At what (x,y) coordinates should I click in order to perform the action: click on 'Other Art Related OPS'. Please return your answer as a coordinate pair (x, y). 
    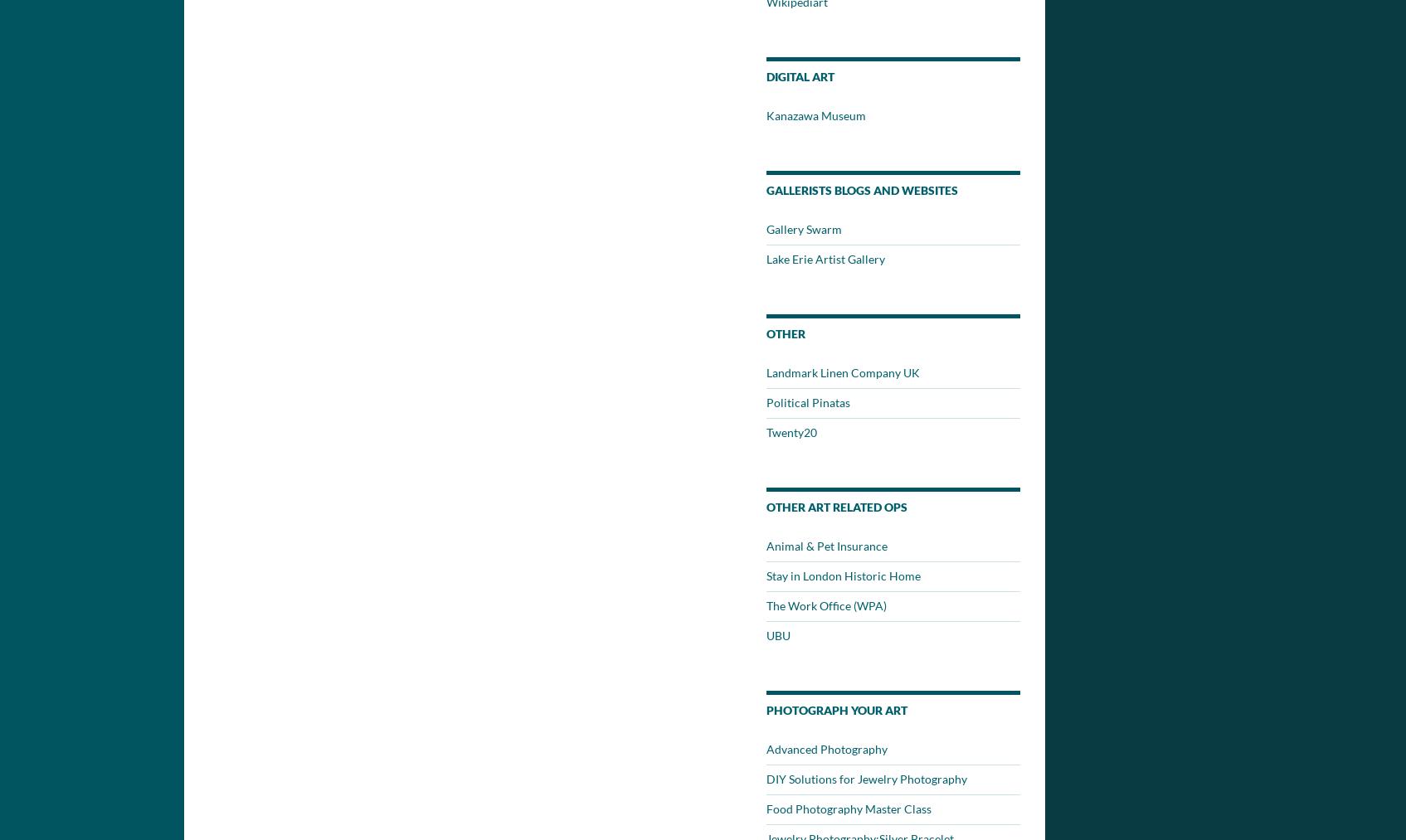
    Looking at the image, I should click on (836, 506).